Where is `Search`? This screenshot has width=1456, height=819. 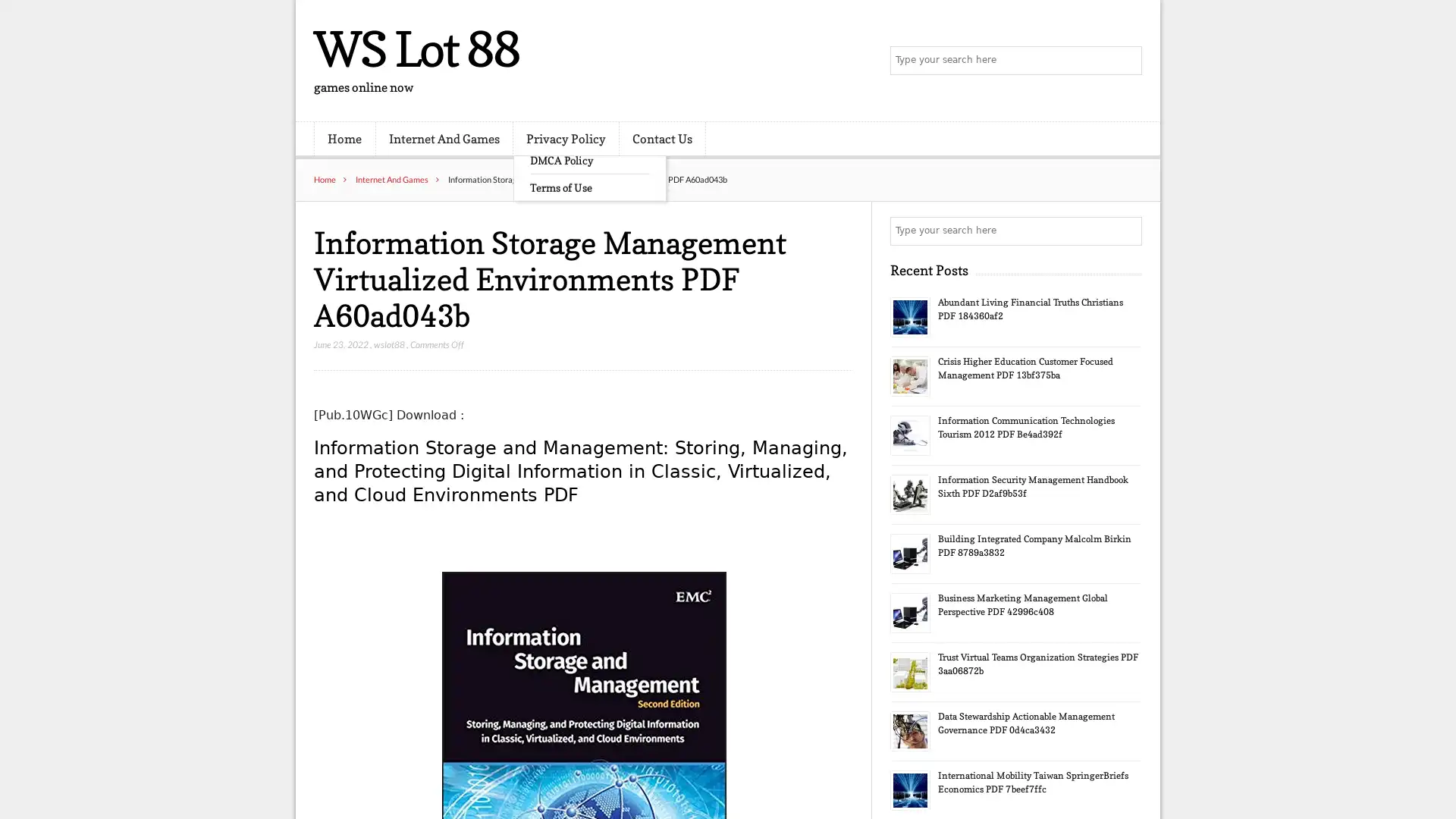 Search is located at coordinates (1126, 61).